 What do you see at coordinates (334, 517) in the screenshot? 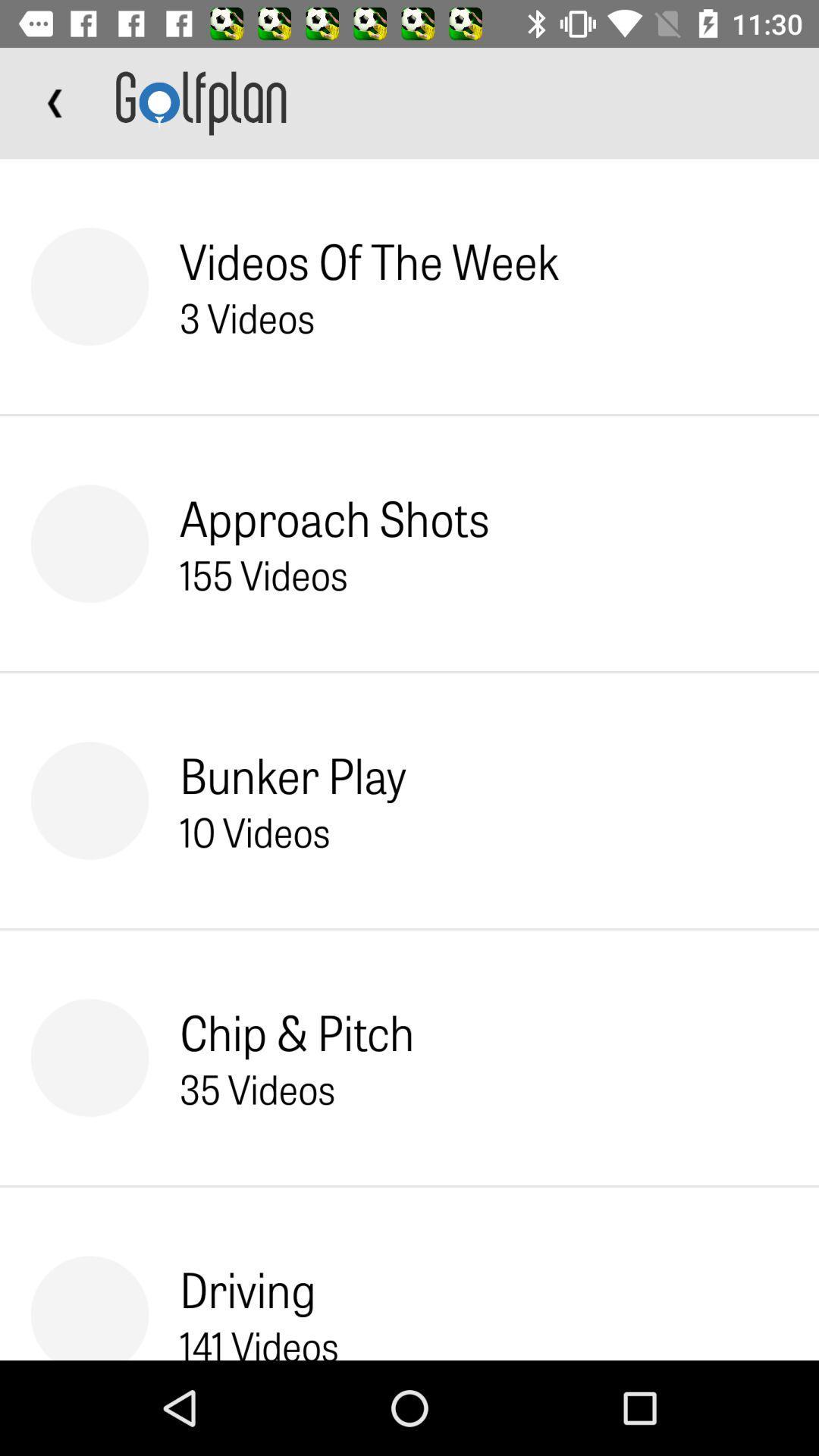
I see `the item below 3 videos` at bounding box center [334, 517].